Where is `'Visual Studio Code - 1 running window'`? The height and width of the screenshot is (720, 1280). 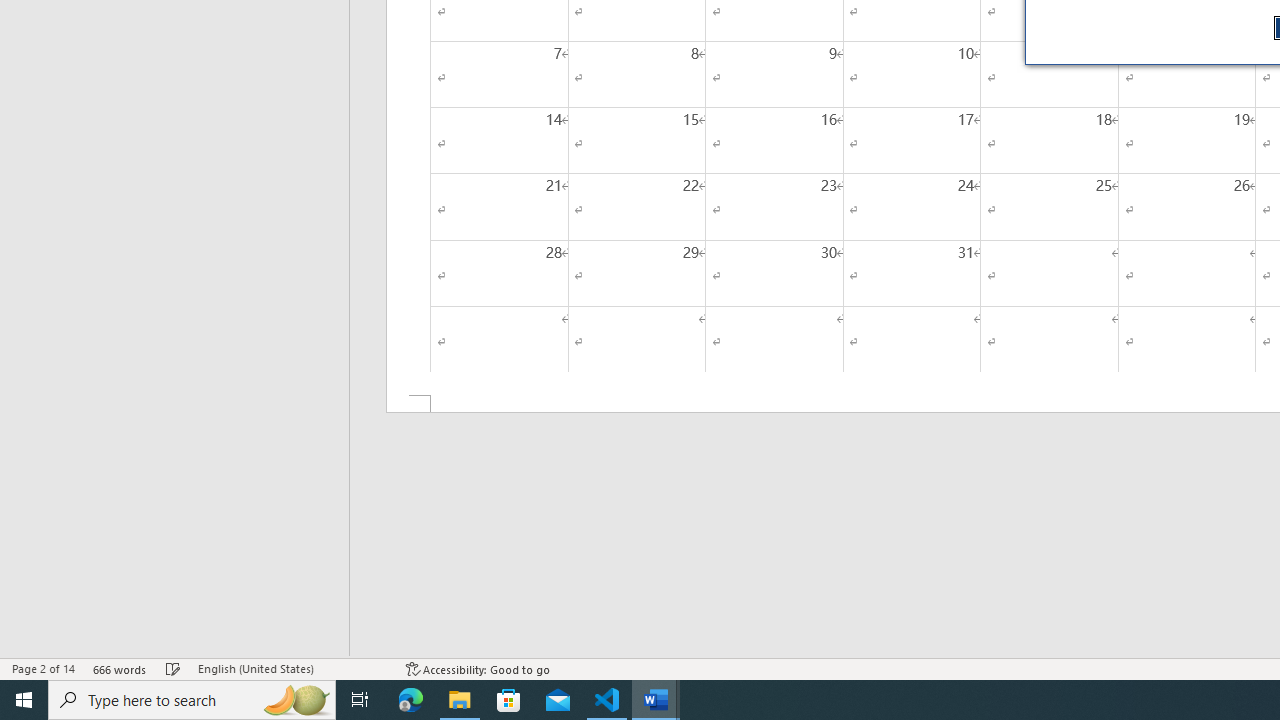 'Visual Studio Code - 1 running window' is located at coordinates (606, 698).